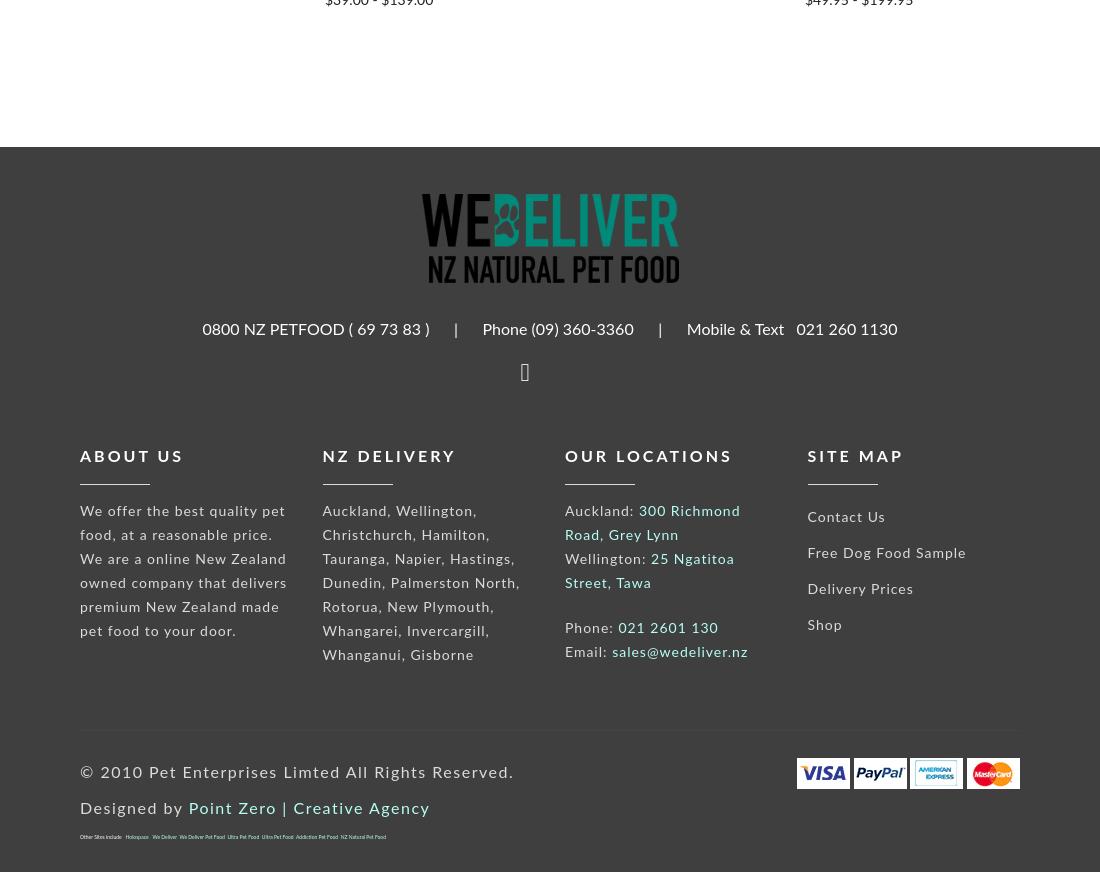  Describe the element at coordinates (648, 456) in the screenshot. I see `'Our Locations'` at that location.